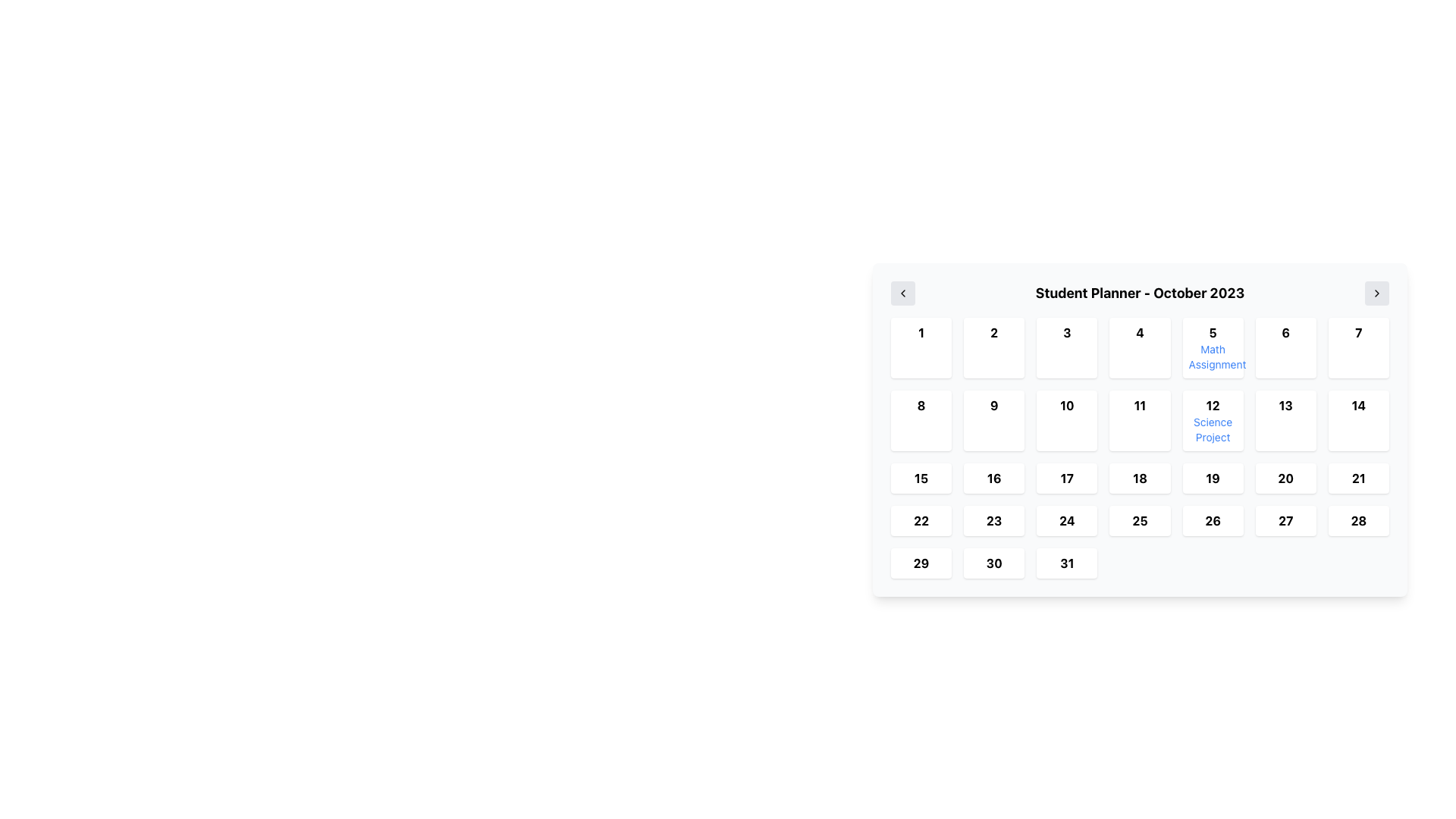 This screenshot has width=1456, height=819. I want to click on the calendar date cell representing the date '3', so click(1066, 348).